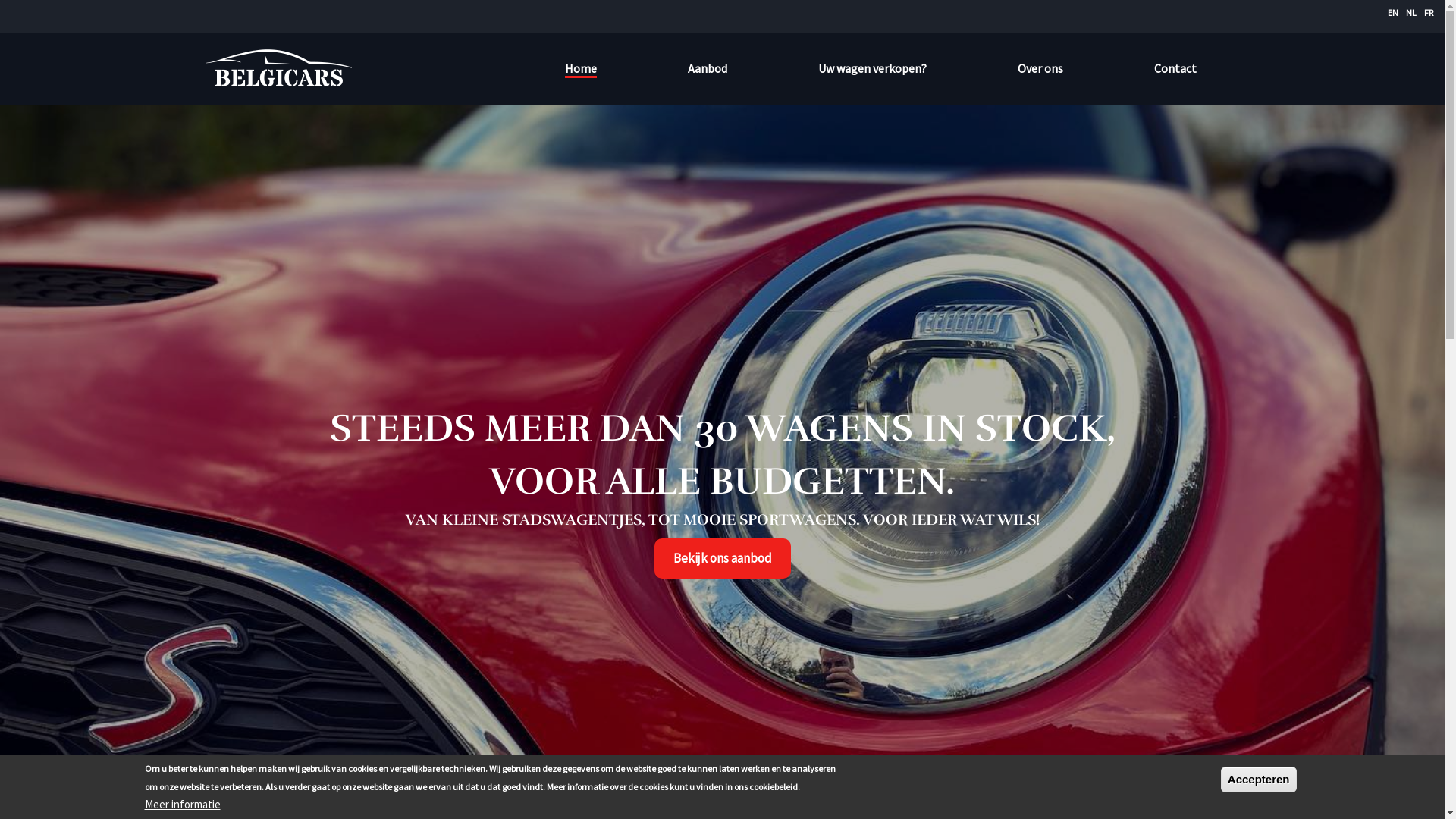 This screenshot has width=1456, height=819. What do you see at coordinates (1259, 780) in the screenshot?
I see `'Accepteren'` at bounding box center [1259, 780].